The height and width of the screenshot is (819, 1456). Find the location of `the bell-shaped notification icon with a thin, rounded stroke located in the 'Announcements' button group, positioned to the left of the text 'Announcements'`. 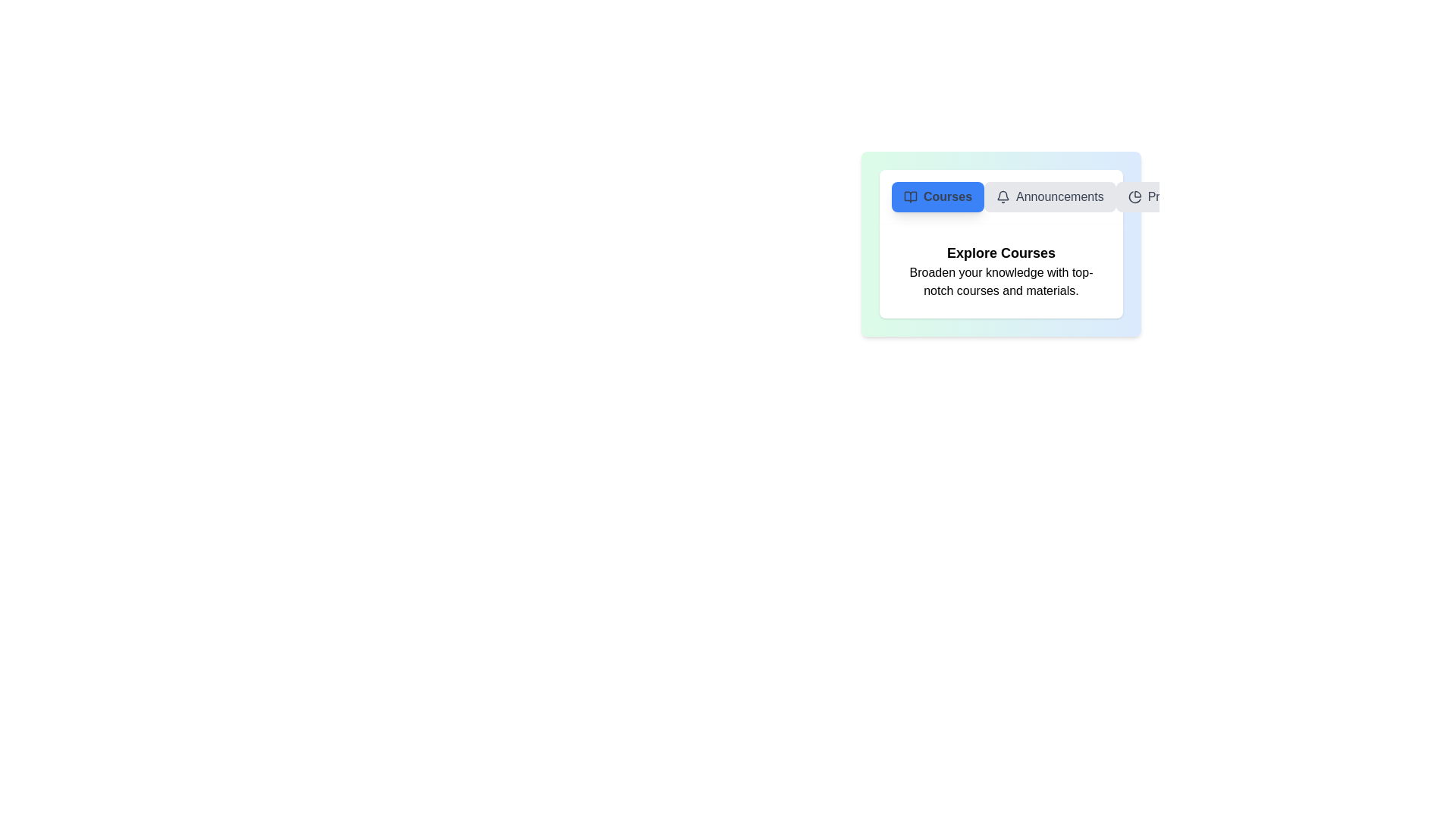

the bell-shaped notification icon with a thin, rounded stroke located in the 'Announcements' button group, positioned to the left of the text 'Announcements' is located at coordinates (1003, 196).